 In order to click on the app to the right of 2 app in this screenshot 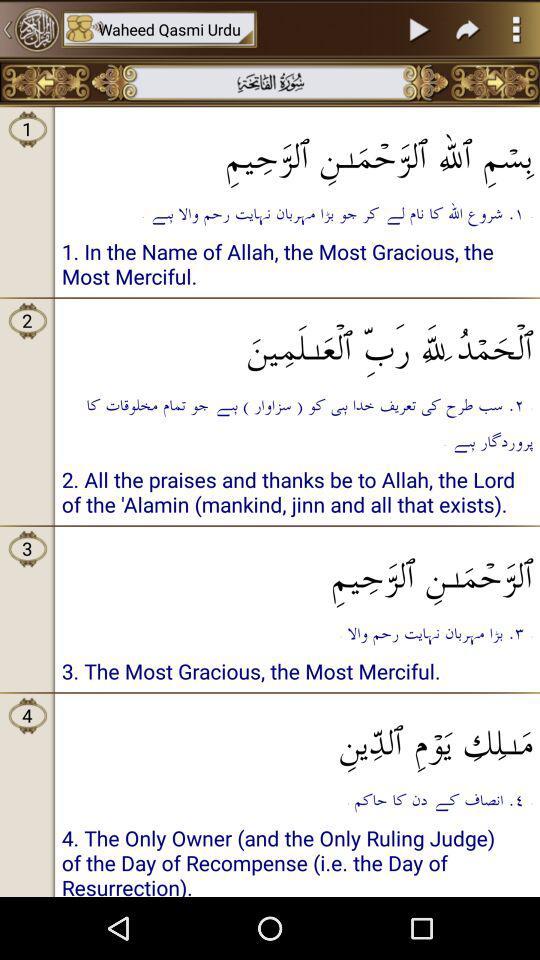, I will do `click(296, 342)`.